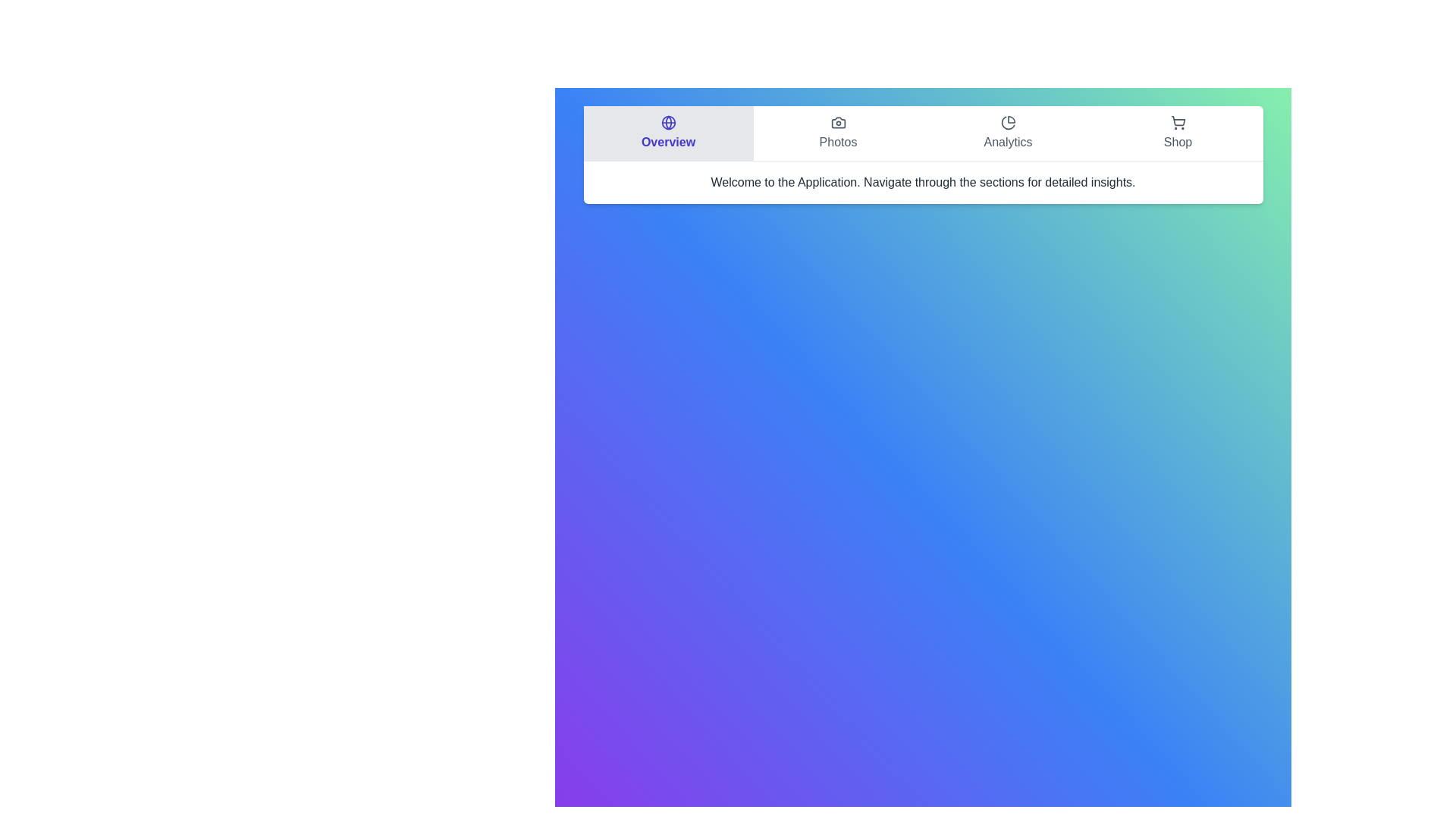 Image resolution: width=1456 pixels, height=819 pixels. What do you see at coordinates (1177, 133) in the screenshot?
I see `the 'Shop' button with a shopping cart icon located at the far right of the navigation bar` at bounding box center [1177, 133].